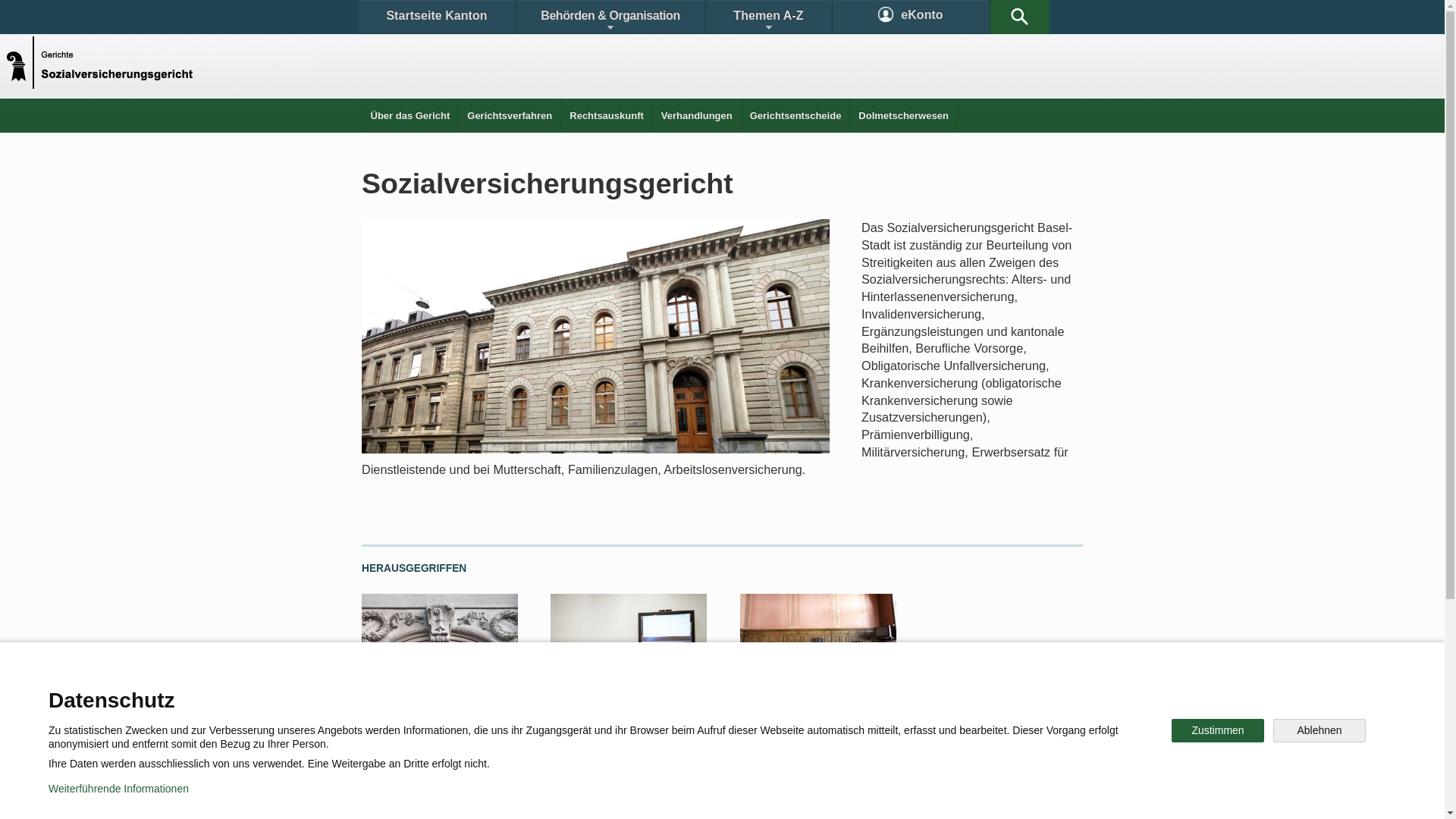 The height and width of the screenshot is (819, 1456). Describe the element at coordinates (1318, 730) in the screenshot. I see `'Ablehnen'` at that location.